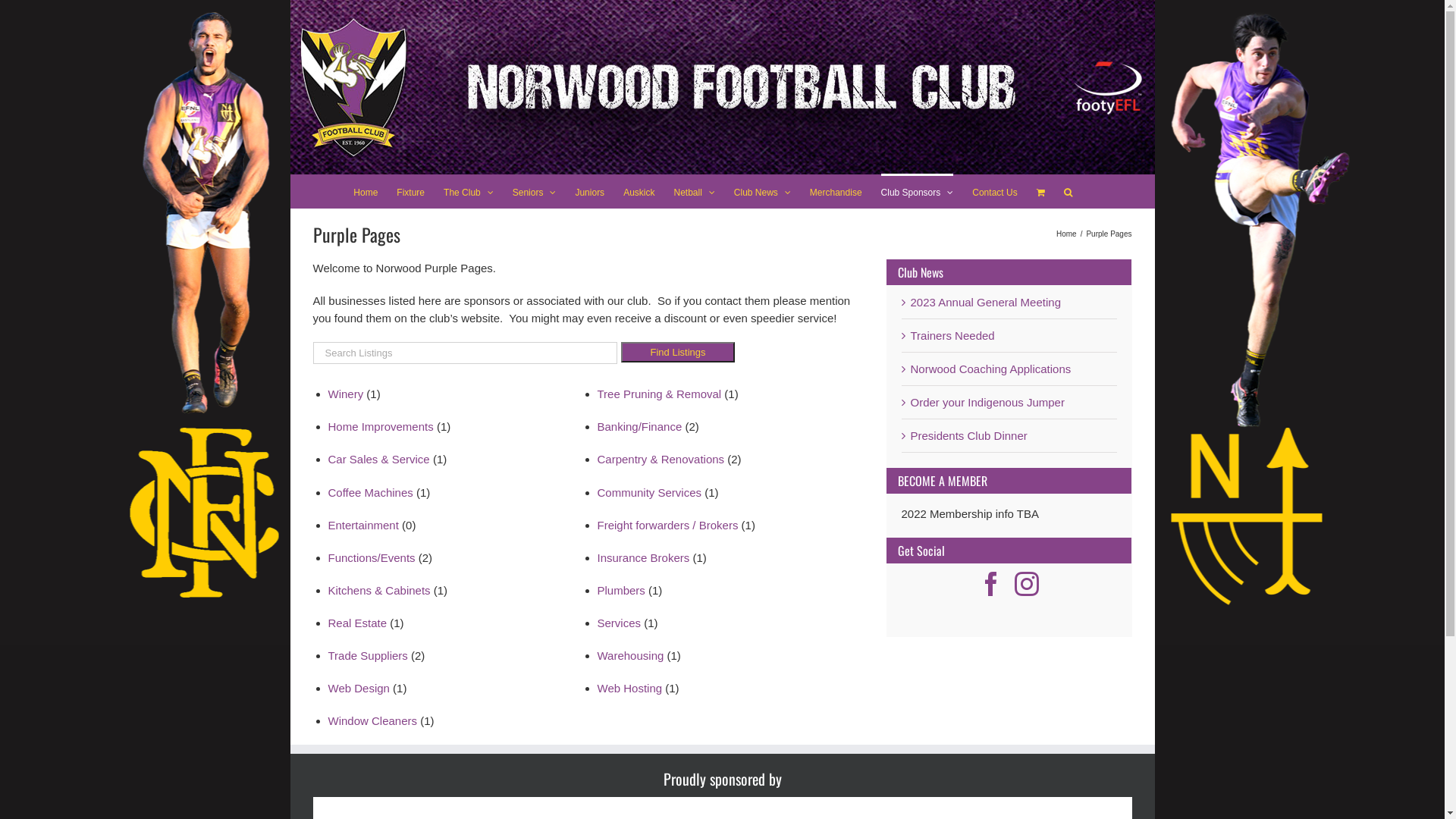  I want to click on 'Seniors', so click(513, 190).